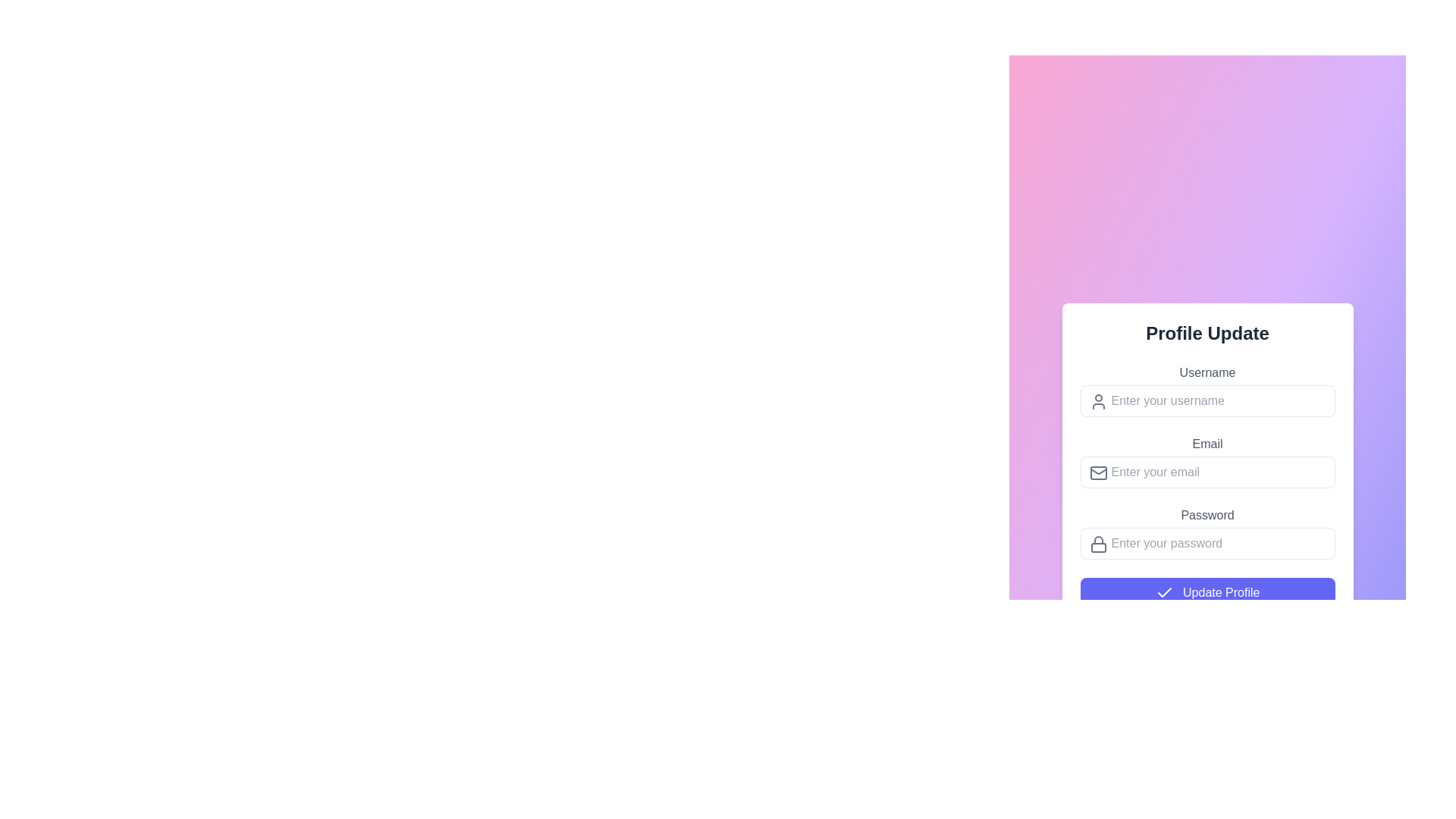  What do you see at coordinates (1207, 389) in the screenshot?
I see `the Text label indicating the username input field in the 'Profile Update' section, located directly below the header and above the 'Email' and 'Password' fields` at bounding box center [1207, 389].